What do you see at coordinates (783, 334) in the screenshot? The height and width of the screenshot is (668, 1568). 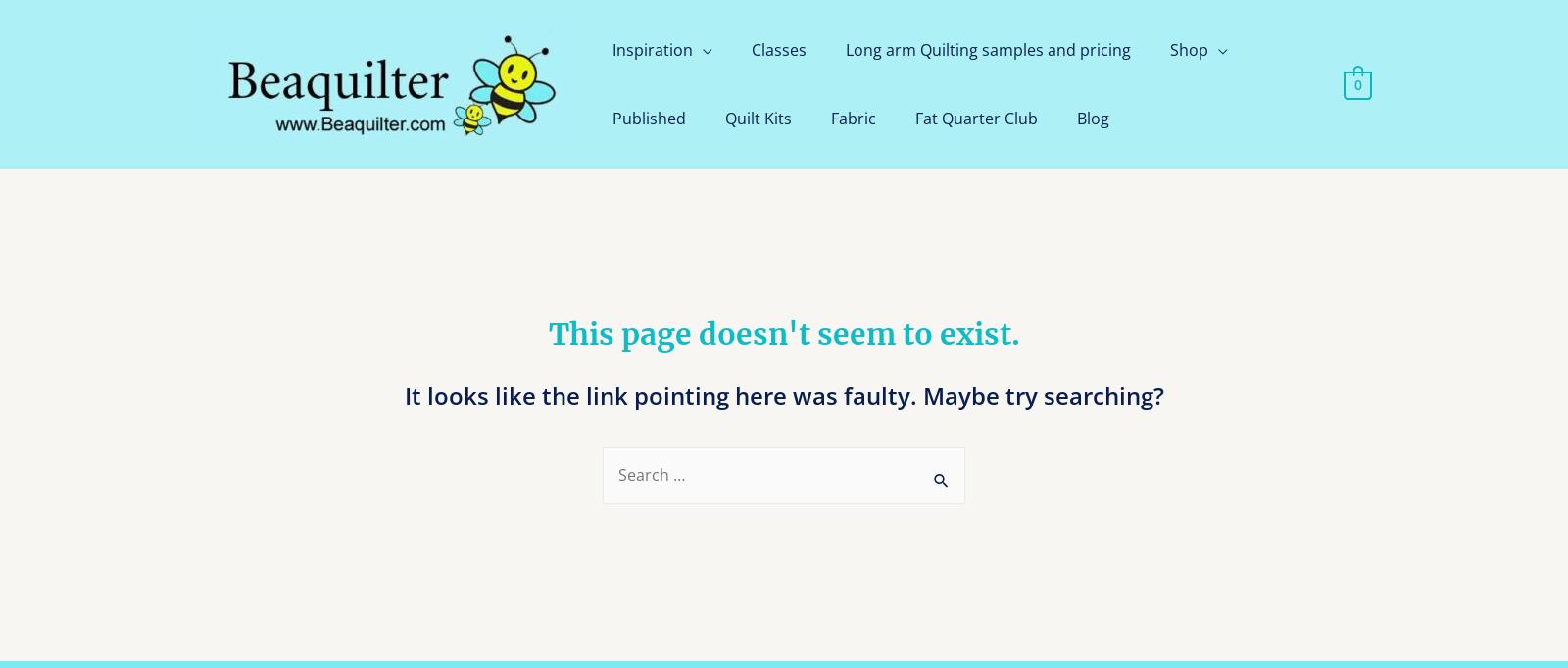 I see `'This page doesn't seem to exist.'` at bounding box center [783, 334].